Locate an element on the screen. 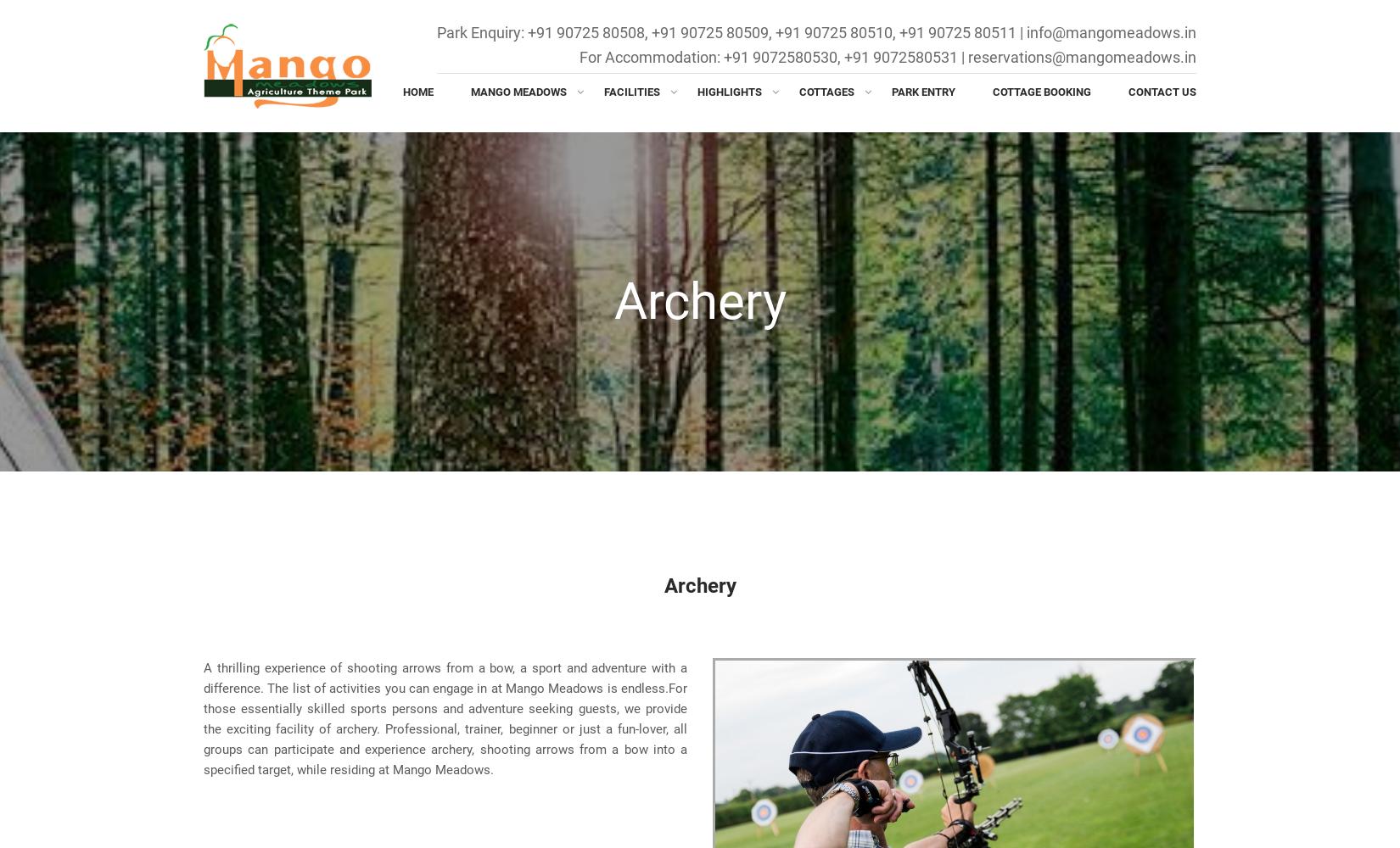 The width and height of the screenshot is (1400, 848). 'Highlights' is located at coordinates (729, 91).